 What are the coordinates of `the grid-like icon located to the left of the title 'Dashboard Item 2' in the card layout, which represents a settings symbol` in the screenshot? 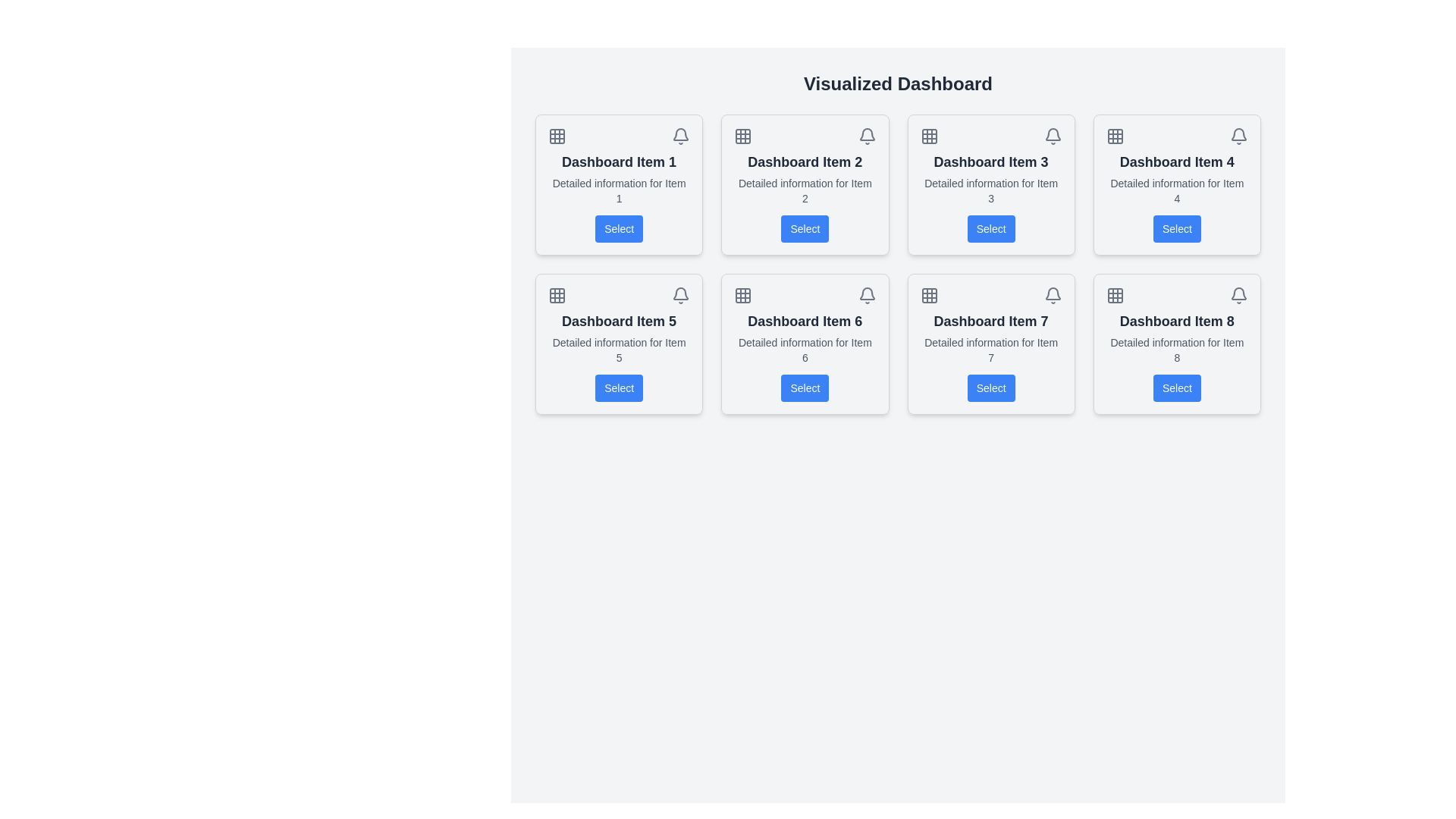 It's located at (743, 136).